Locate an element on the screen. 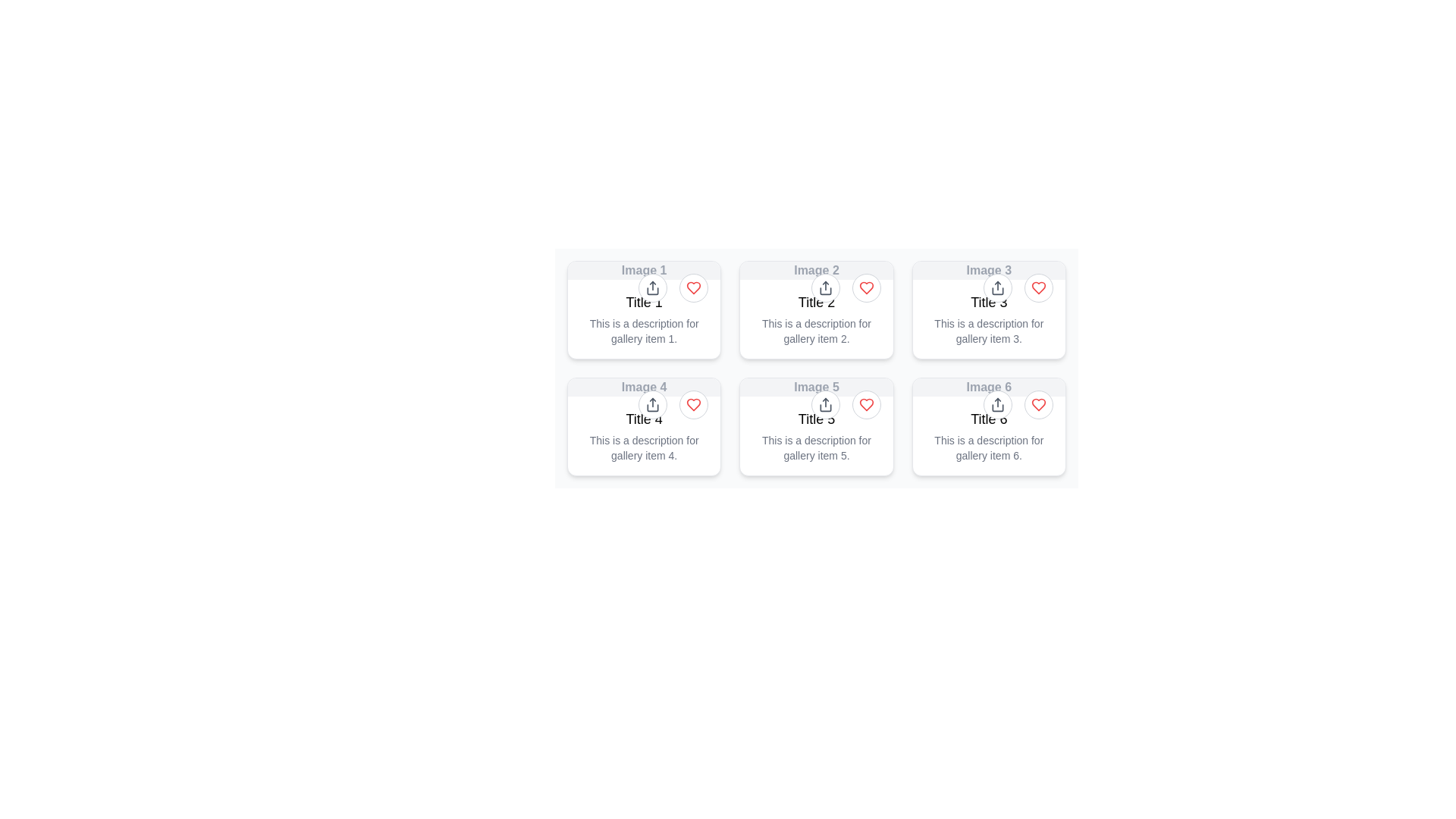 This screenshot has height=819, width=1456. the heart icon button located at the top-right corner of the card labeled 'Image 3' is located at coordinates (1037, 288).